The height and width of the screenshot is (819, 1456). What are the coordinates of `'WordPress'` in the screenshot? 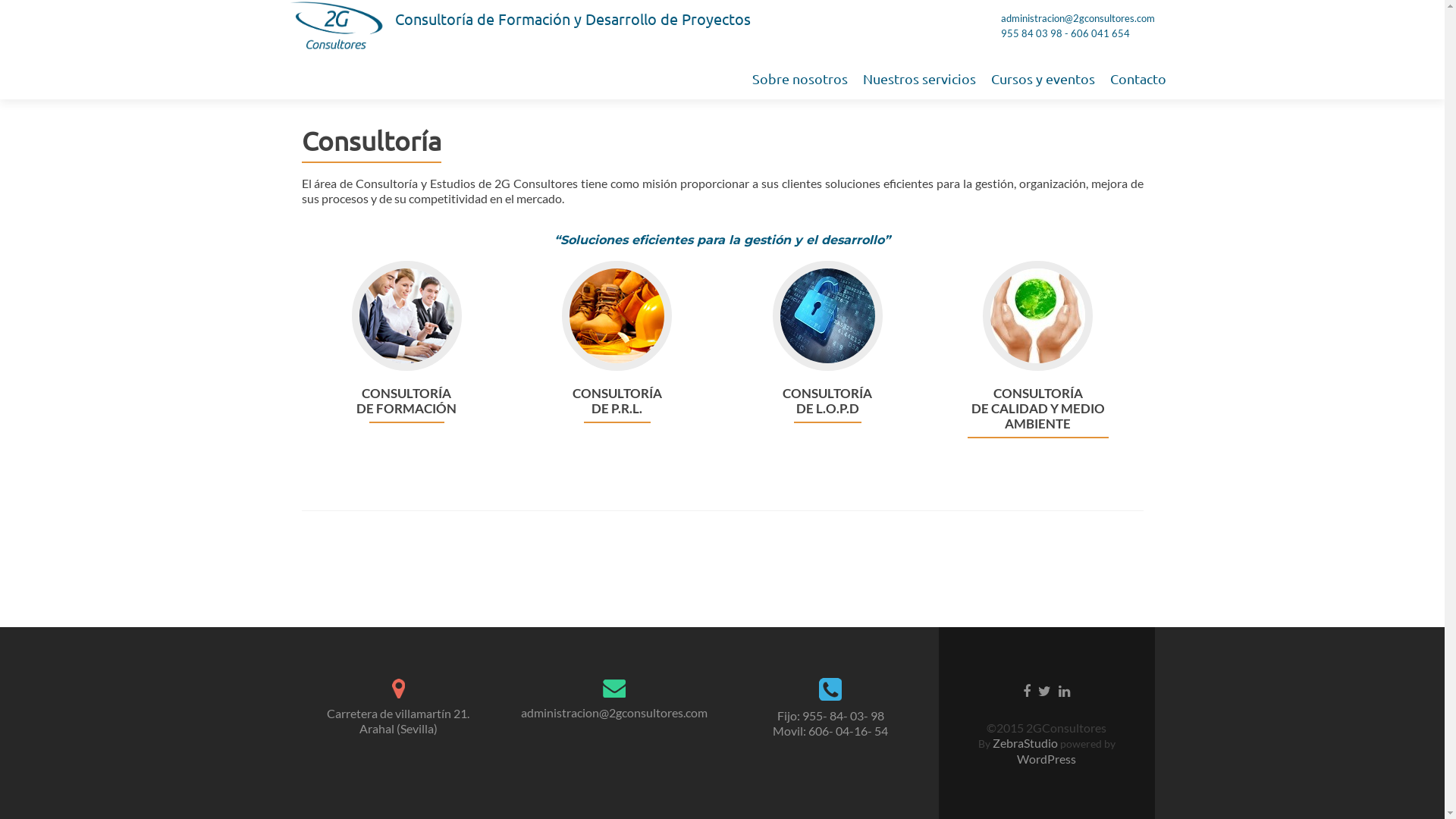 It's located at (1016, 758).